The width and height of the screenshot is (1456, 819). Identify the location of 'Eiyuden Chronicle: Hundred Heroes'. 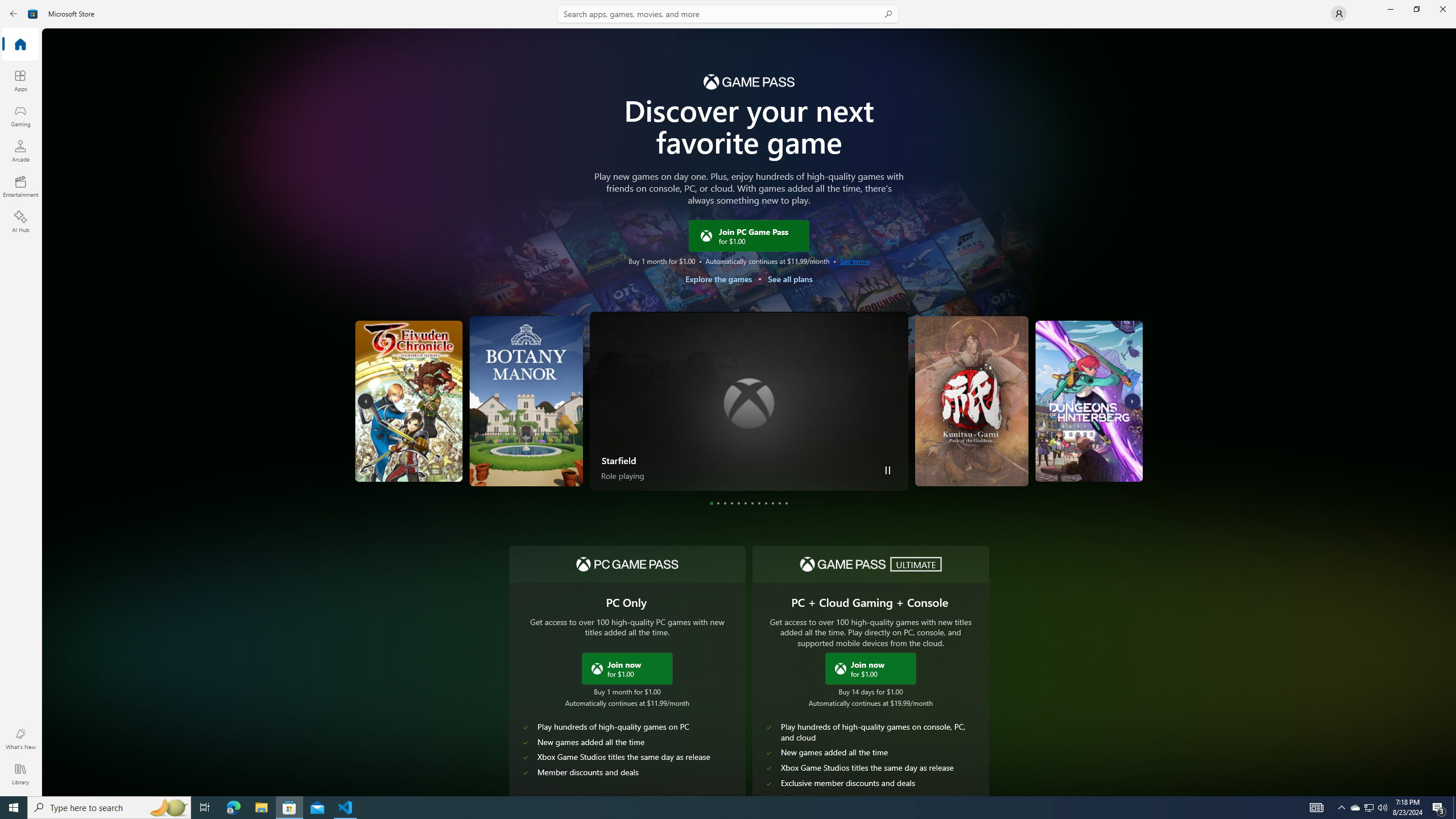
(453, 400).